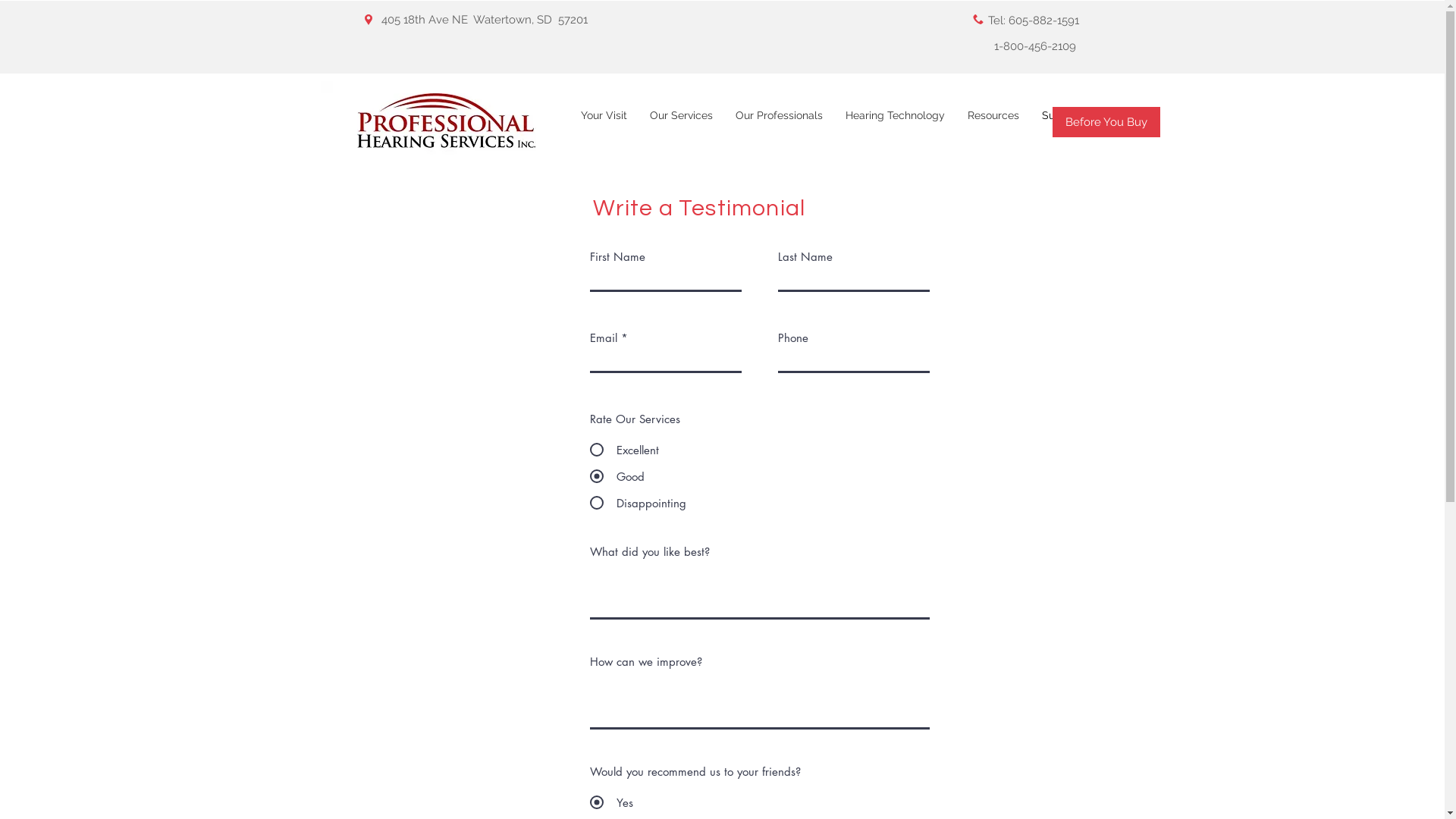  Describe the element at coordinates (778, 121) in the screenshot. I see `'Our Professionals'` at that location.